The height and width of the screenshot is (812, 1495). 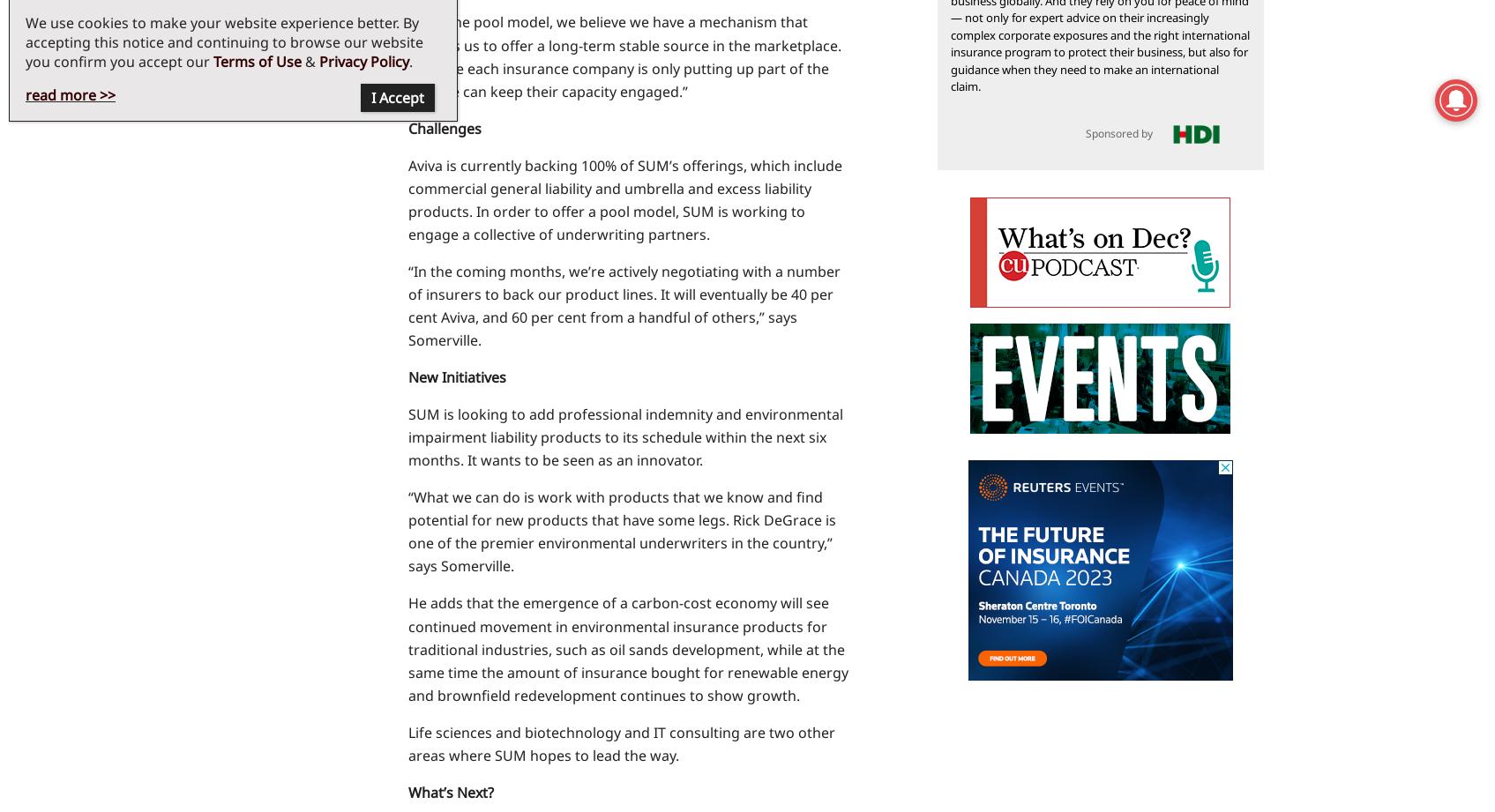 I want to click on 'He adds that the emergence of a carbon-cost economy will see continued movement in environmental insurance products for traditional industries, such as oil sands development, while at the same time the amount of insurance bought for renewable energy and brownfield redevelopment continues to show growth.', so click(x=627, y=648).